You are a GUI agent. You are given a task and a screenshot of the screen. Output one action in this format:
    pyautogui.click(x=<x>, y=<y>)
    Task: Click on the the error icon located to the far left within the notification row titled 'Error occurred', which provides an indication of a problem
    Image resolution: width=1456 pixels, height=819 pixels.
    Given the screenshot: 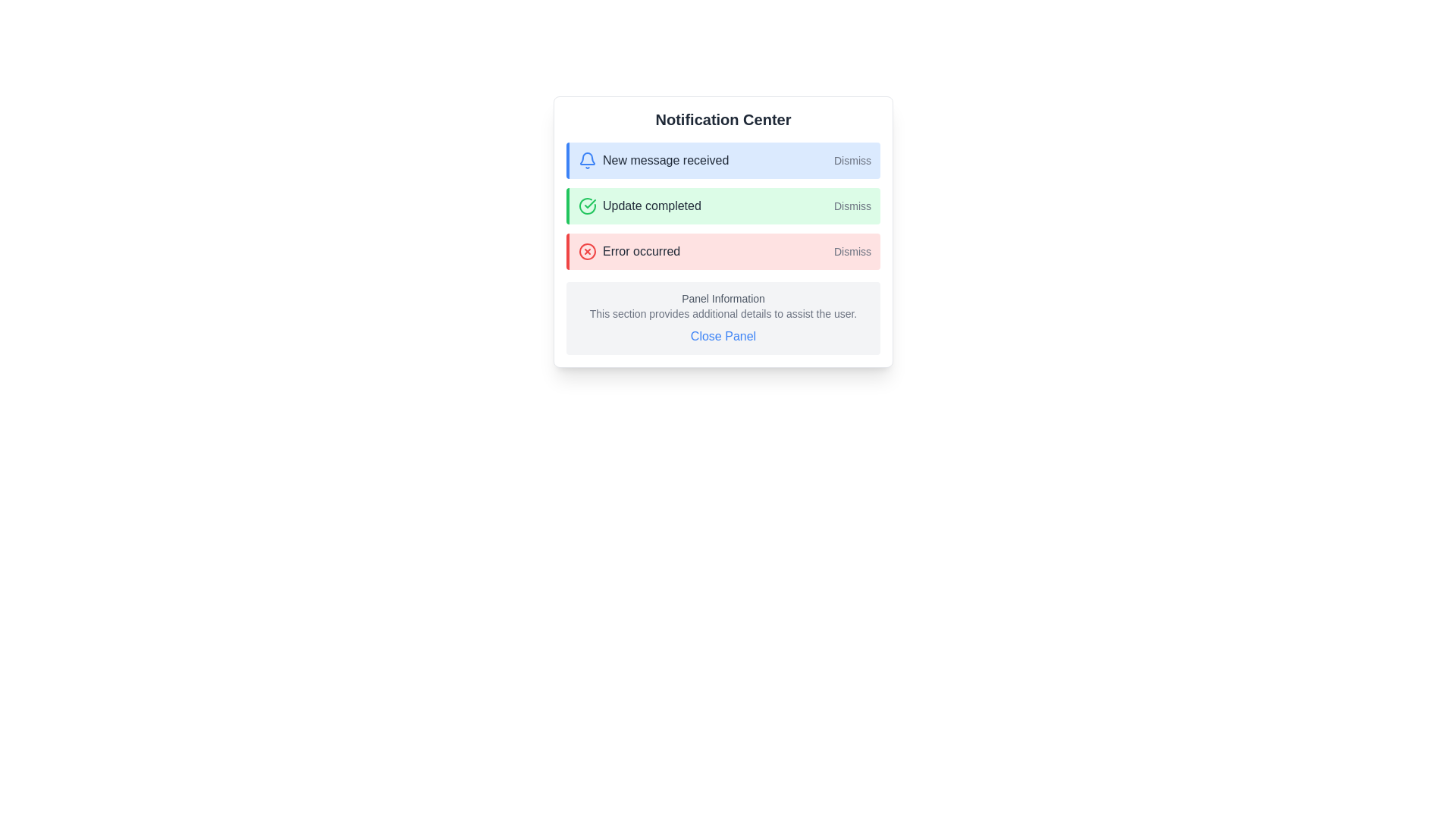 What is the action you would take?
    pyautogui.click(x=586, y=250)
    